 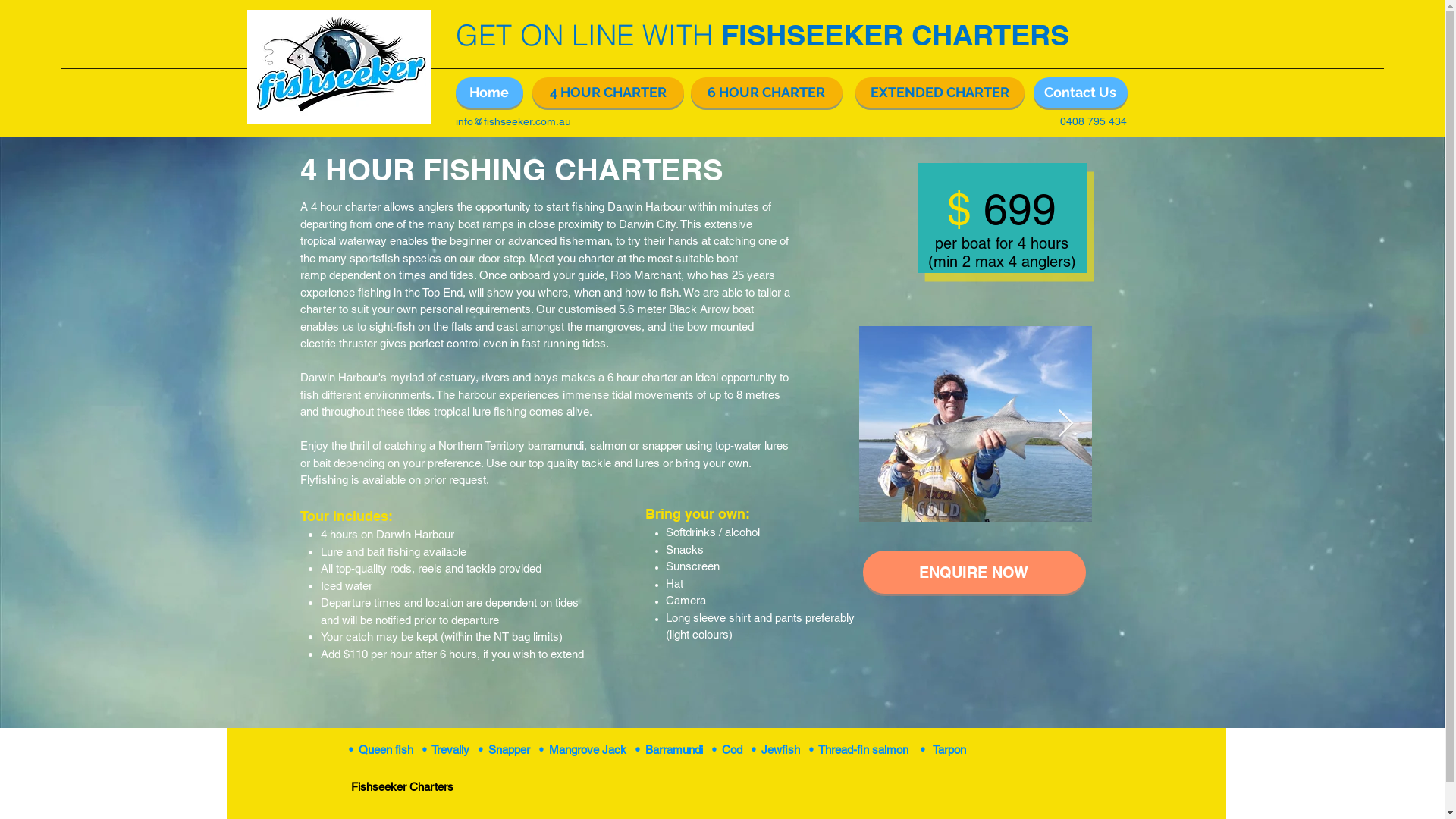 What do you see at coordinates (765, 93) in the screenshot?
I see `'6 HOUR CHARTER'` at bounding box center [765, 93].